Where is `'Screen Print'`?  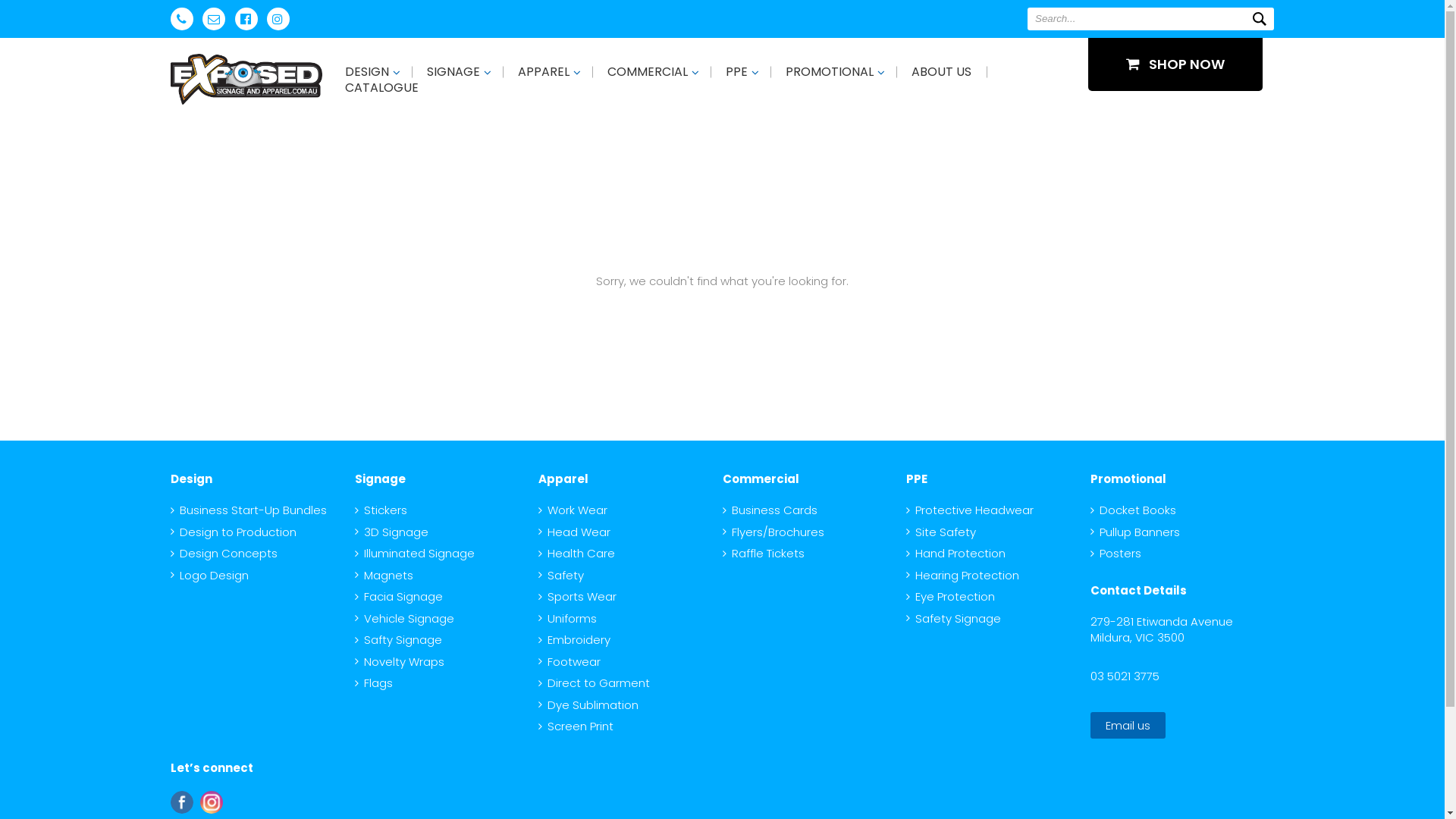 'Screen Print' is located at coordinates (575, 725).